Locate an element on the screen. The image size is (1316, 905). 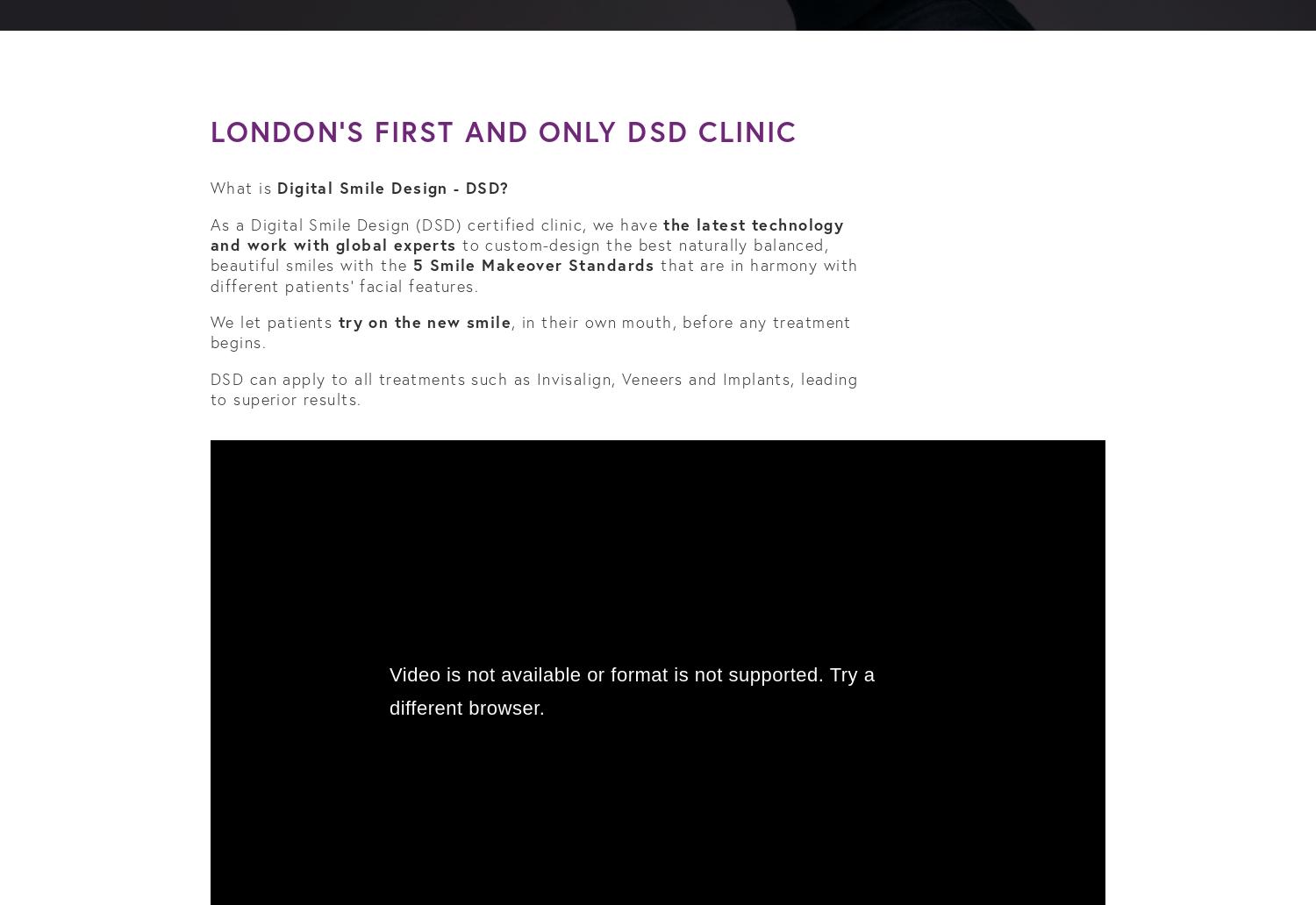
'London's FIRST AND ONLY' is located at coordinates (210, 130).